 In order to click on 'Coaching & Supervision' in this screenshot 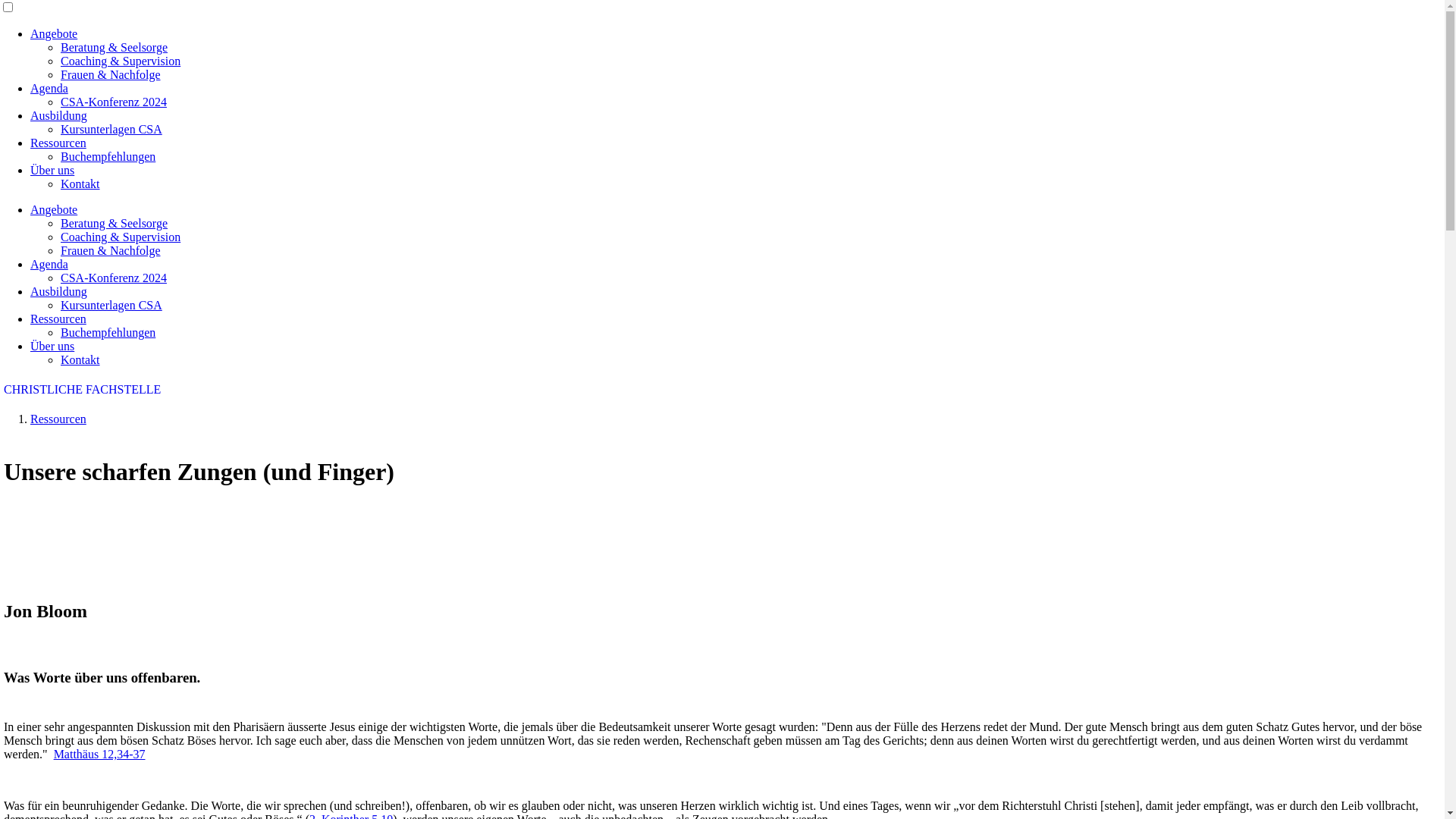, I will do `click(61, 60)`.